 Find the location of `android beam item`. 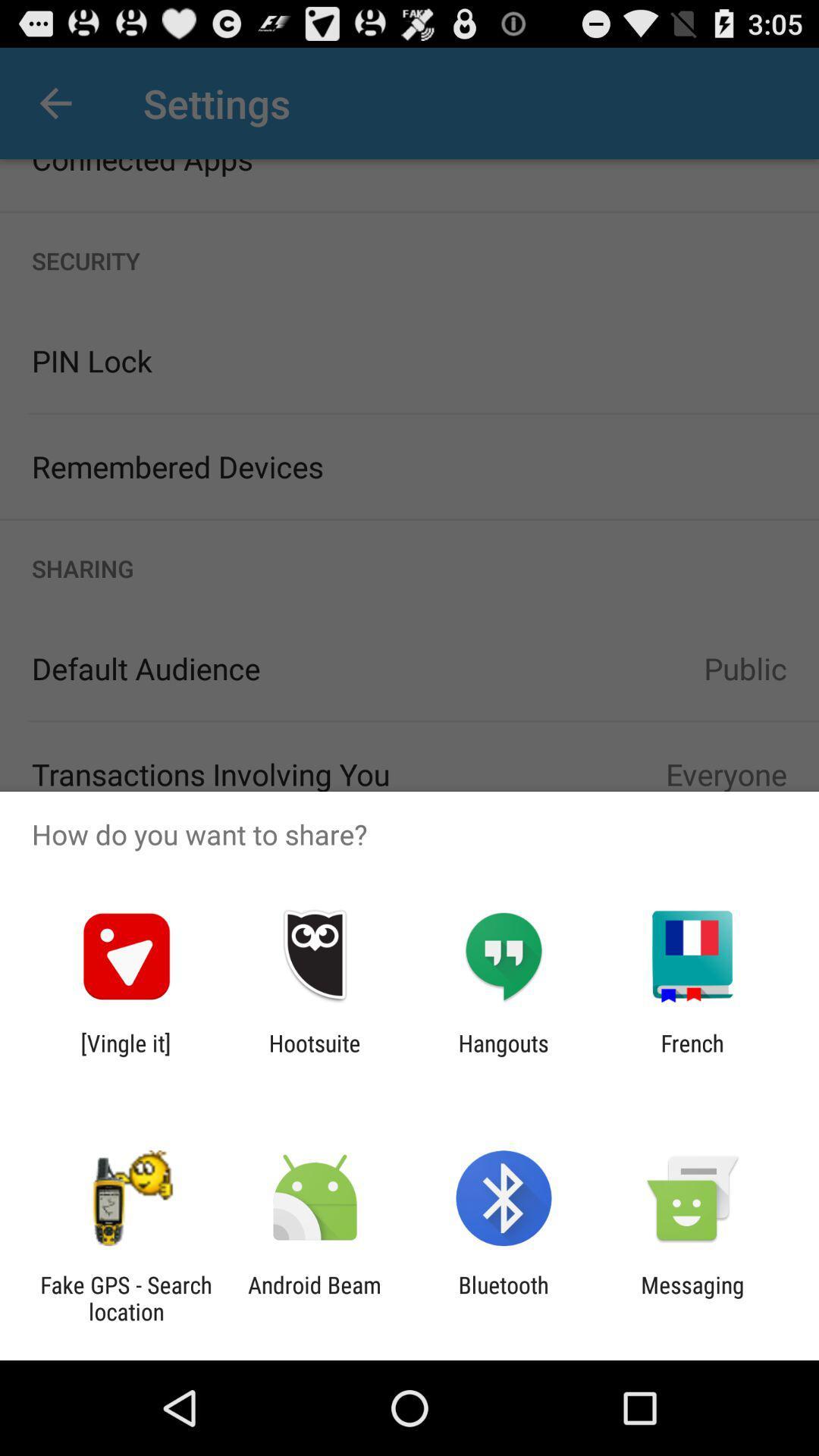

android beam item is located at coordinates (314, 1298).